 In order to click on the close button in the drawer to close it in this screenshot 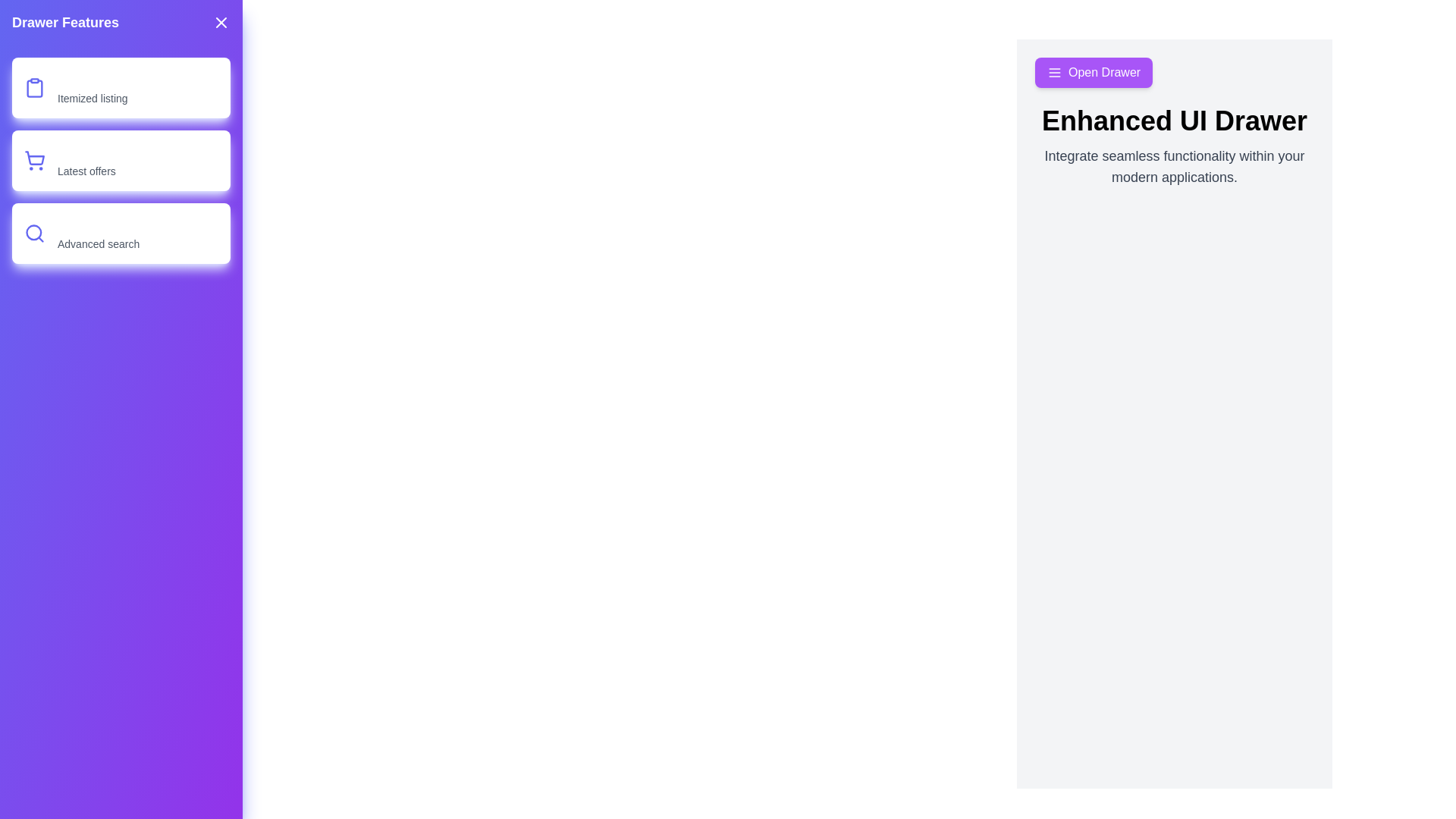, I will do `click(221, 23)`.